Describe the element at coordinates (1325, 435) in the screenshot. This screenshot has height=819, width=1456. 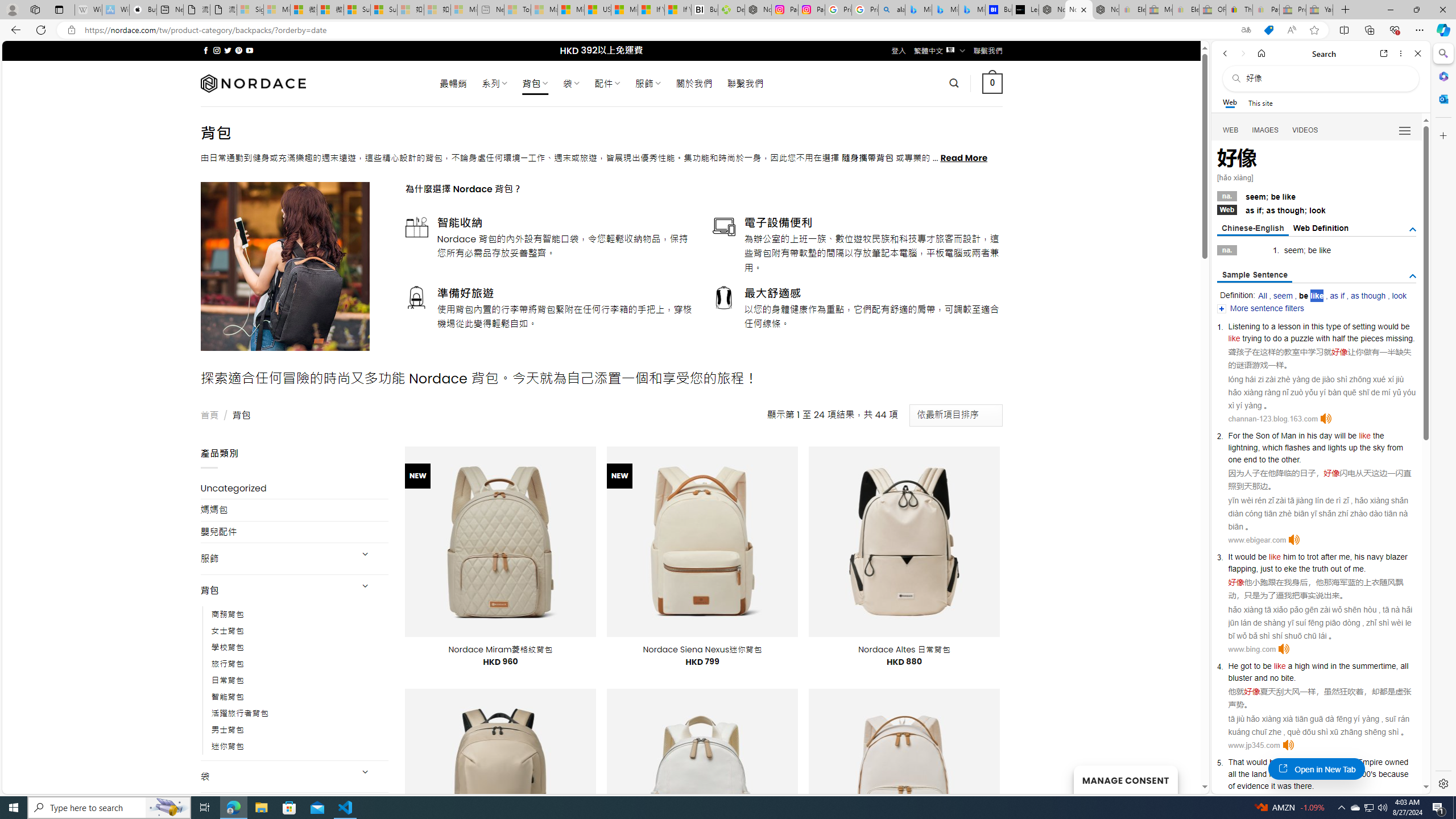
I see `'day'` at that location.